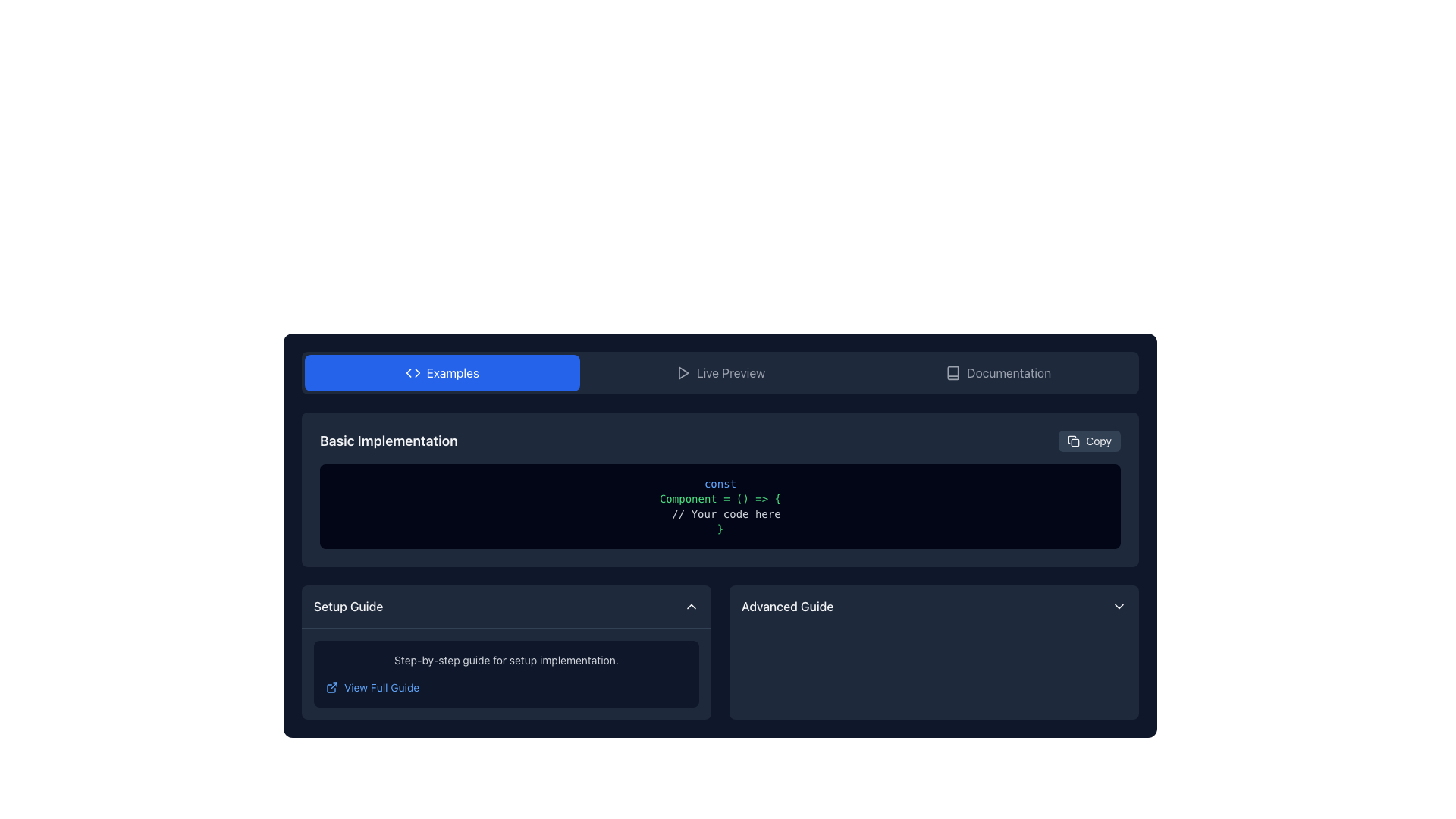  What do you see at coordinates (1073, 441) in the screenshot?
I see `the copy icon located on the right-hand side of the 'Basic Implementation' section, which is visually aligned with the 'Copy' text` at bounding box center [1073, 441].